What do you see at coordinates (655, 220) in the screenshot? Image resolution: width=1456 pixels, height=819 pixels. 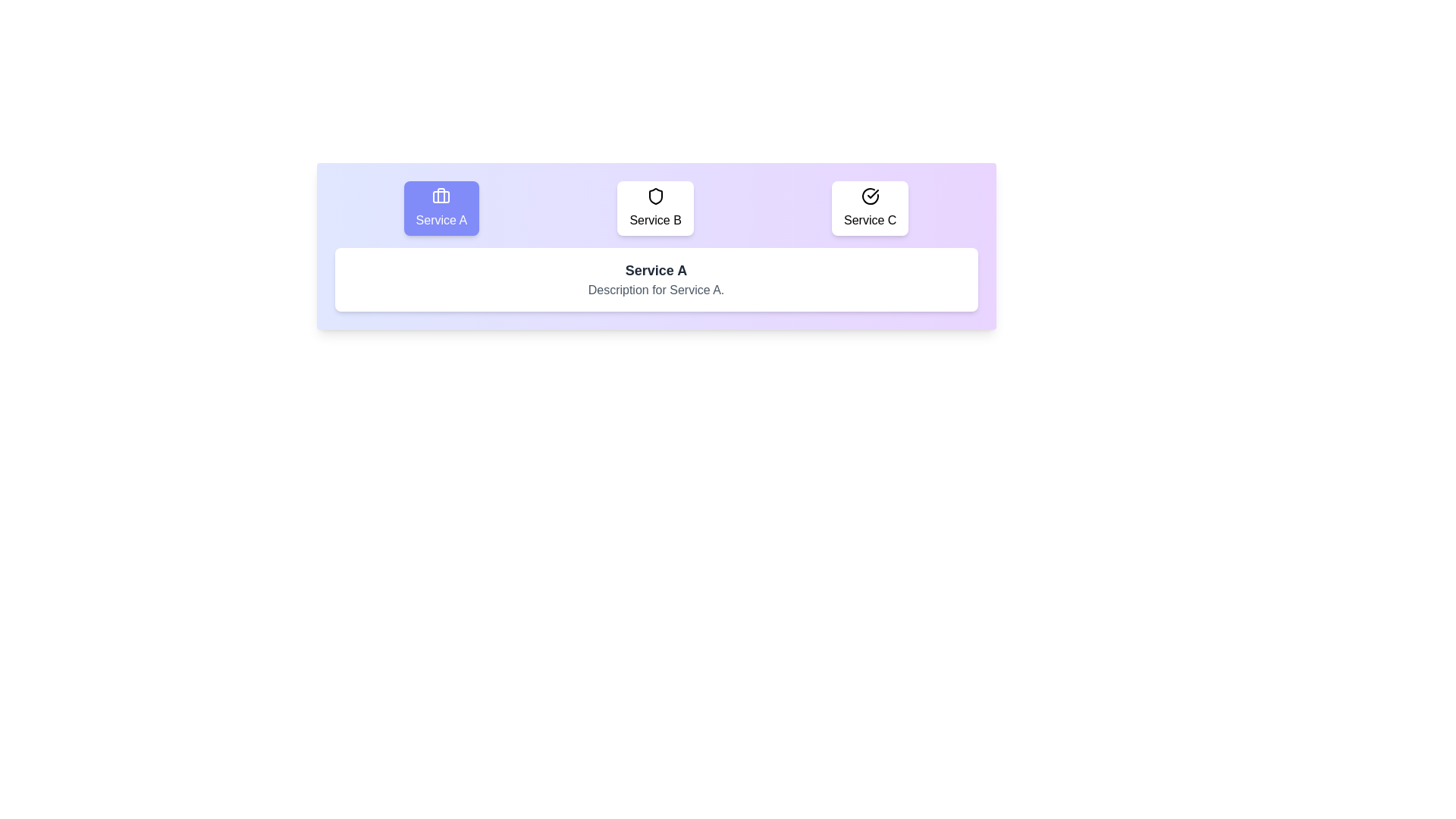 I see `text content of the text label displaying 'Service B' in a black font, located below the shield icon in a rounded white card` at bounding box center [655, 220].